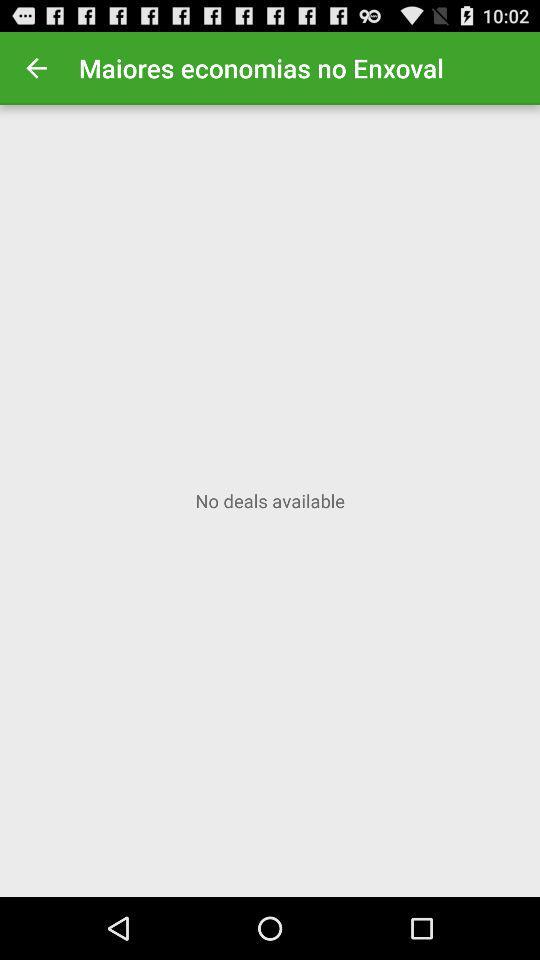  What do you see at coordinates (36, 68) in the screenshot?
I see `item above the no deals available item` at bounding box center [36, 68].